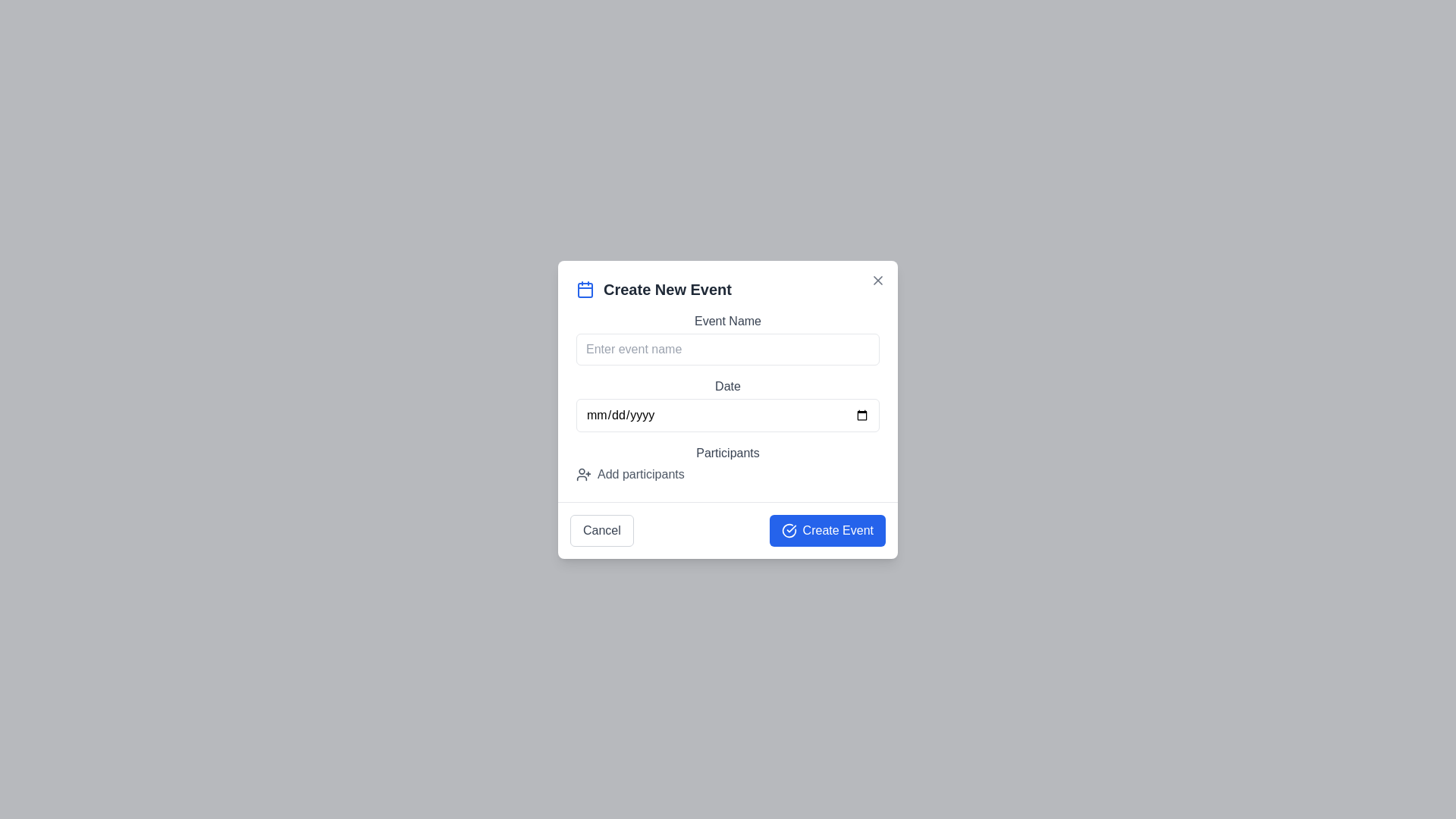  Describe the element at coordinates (728, 289) in the screenshot. I see `the 'Create New Event' label, which features a blue calendar icon on the left and bold text on the right, located at the top of the form layout` at that location.